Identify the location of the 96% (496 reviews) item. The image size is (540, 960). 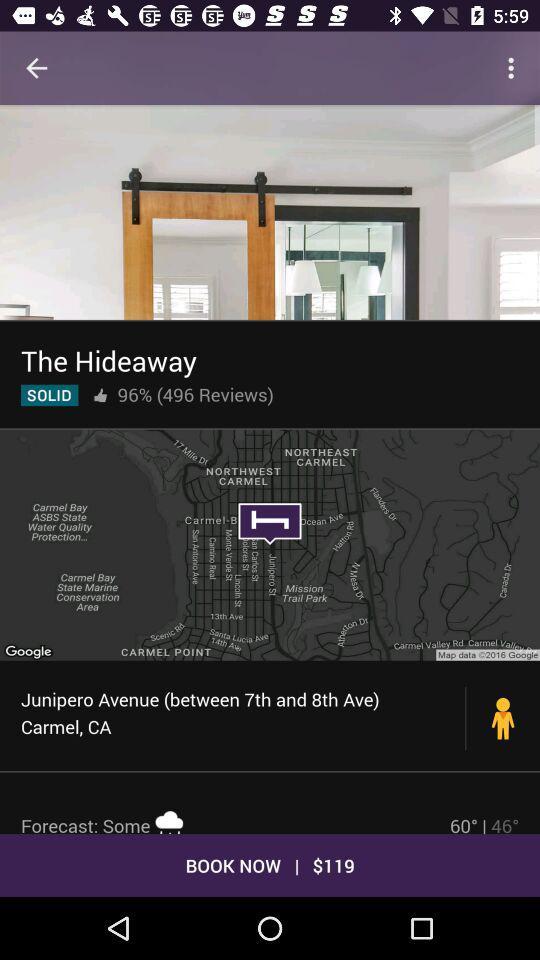
(195, 393).